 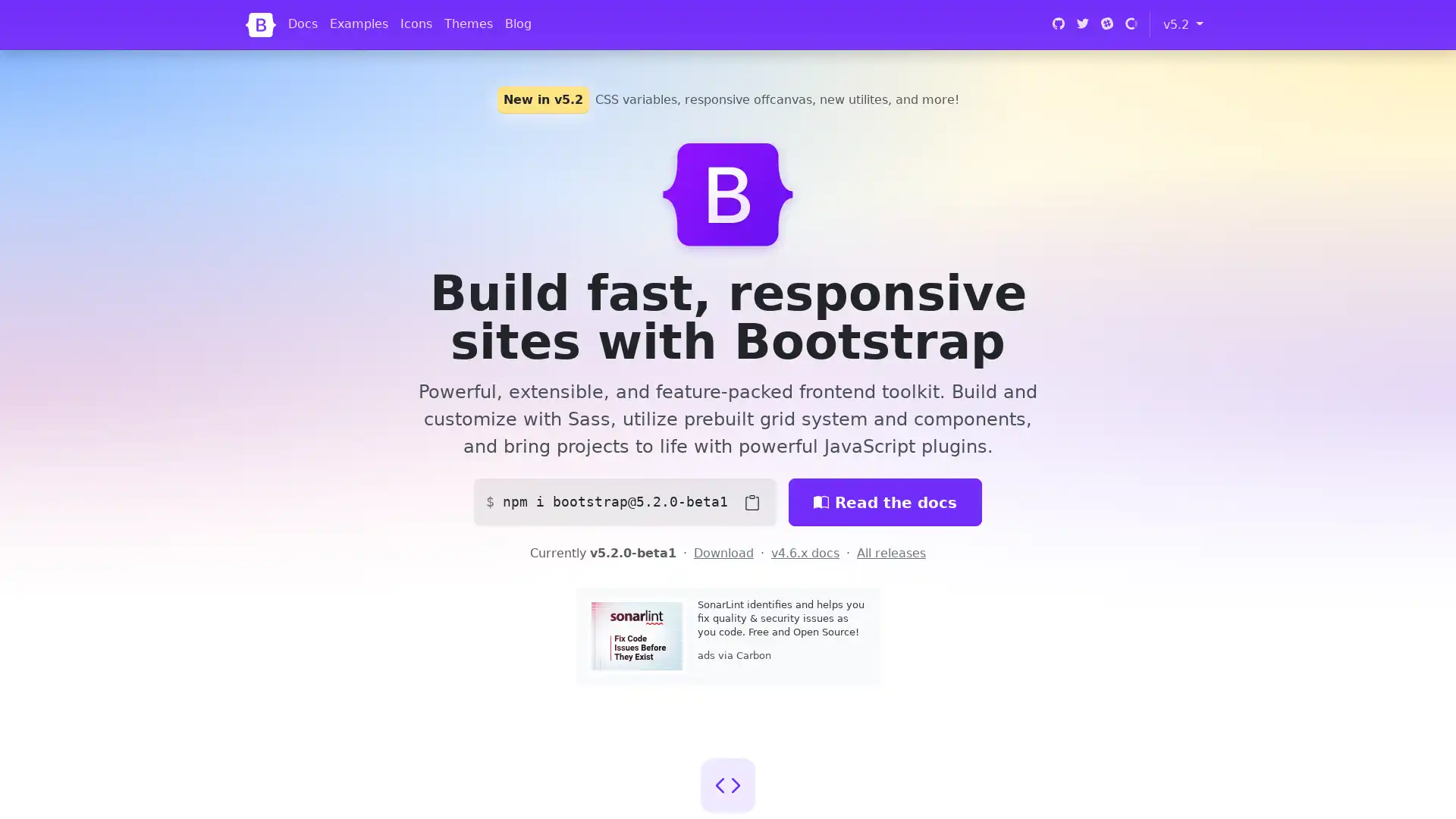 I want to click on v5.2, so click(x=1182, y=25).